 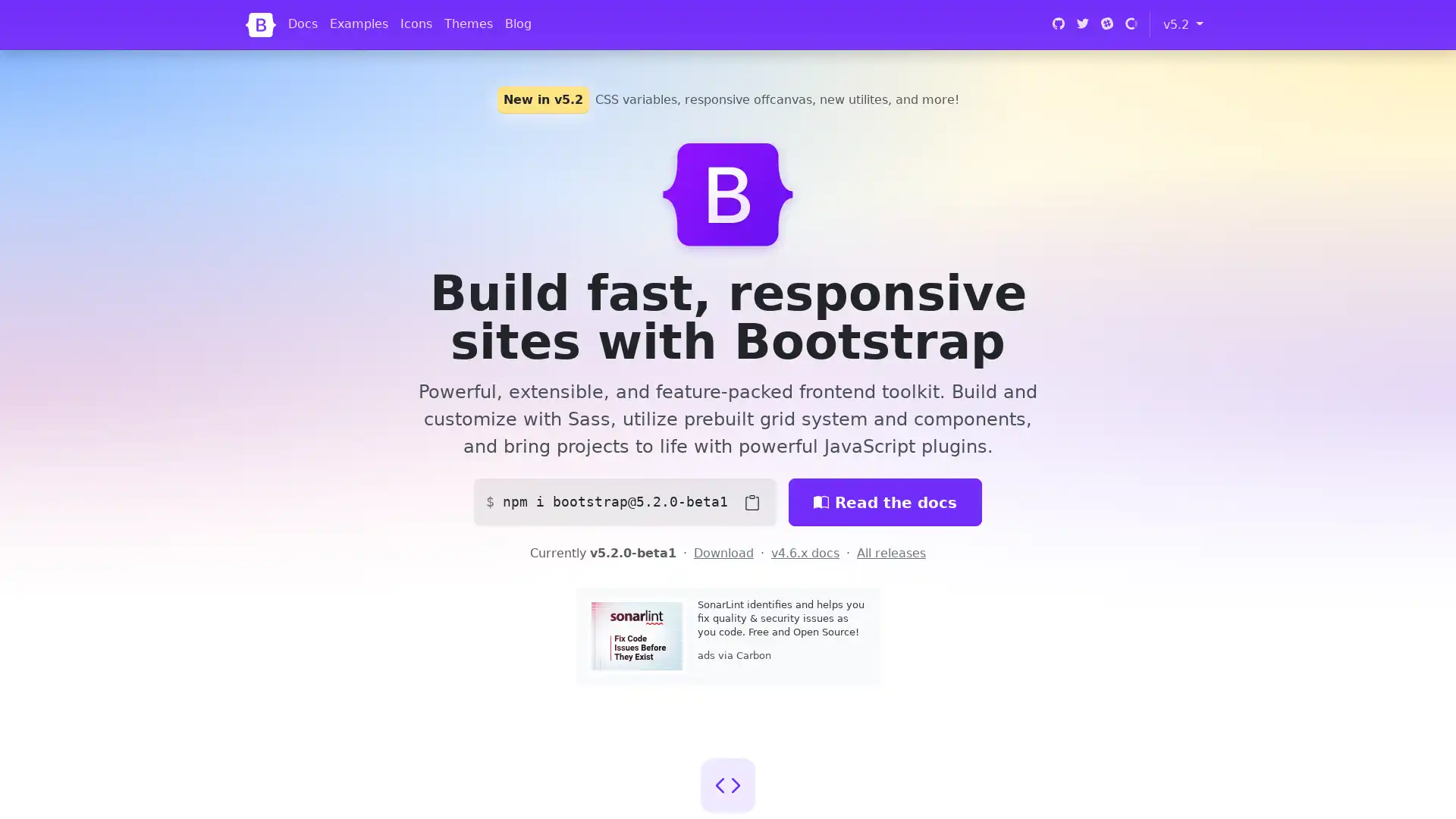 I want to click on v5.2, so click(x=1182, y=25).